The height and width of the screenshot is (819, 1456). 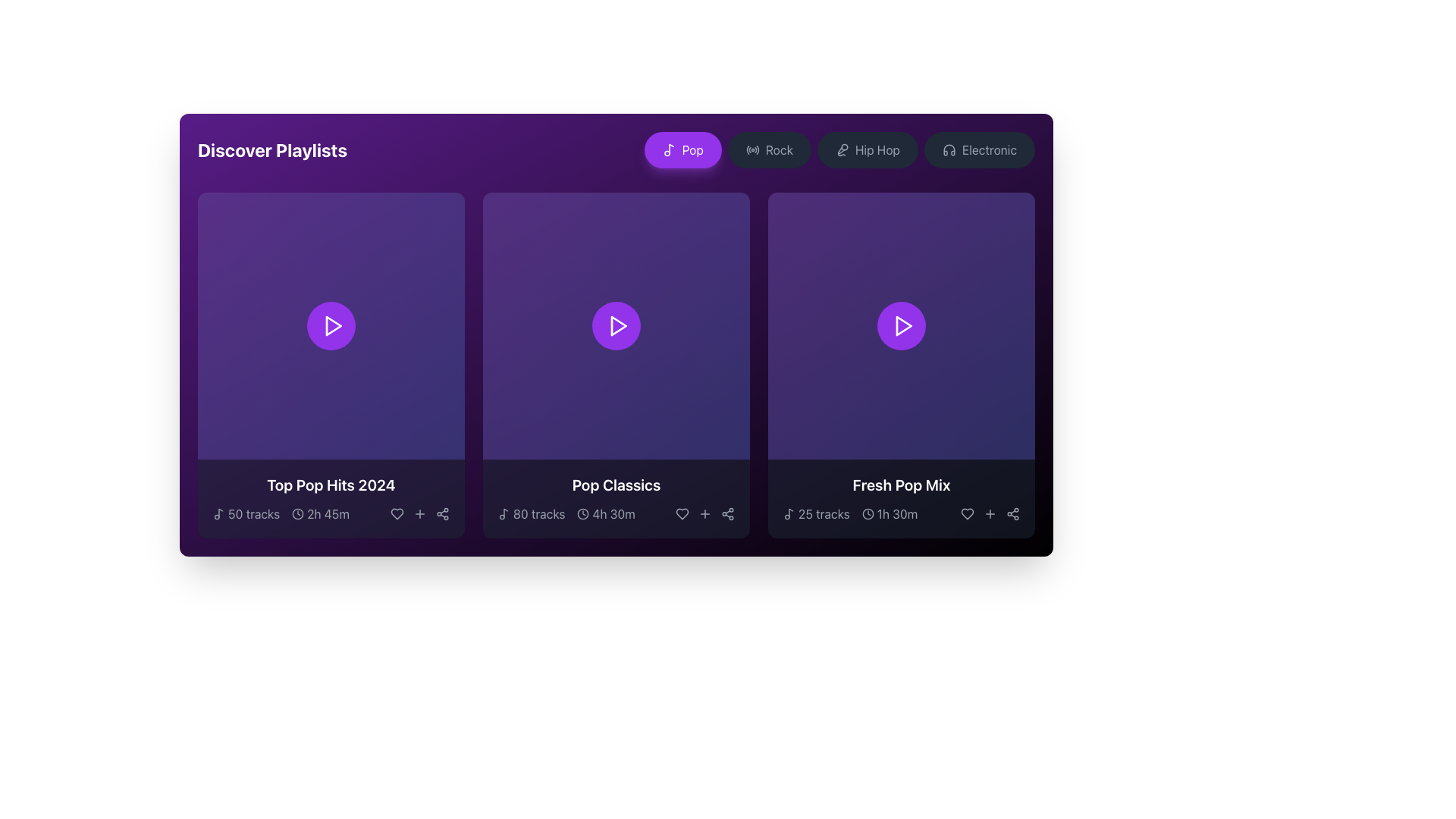 I want to click on the play button located on the 'Pop Classics' playlist card, so click(x=616, y=325).